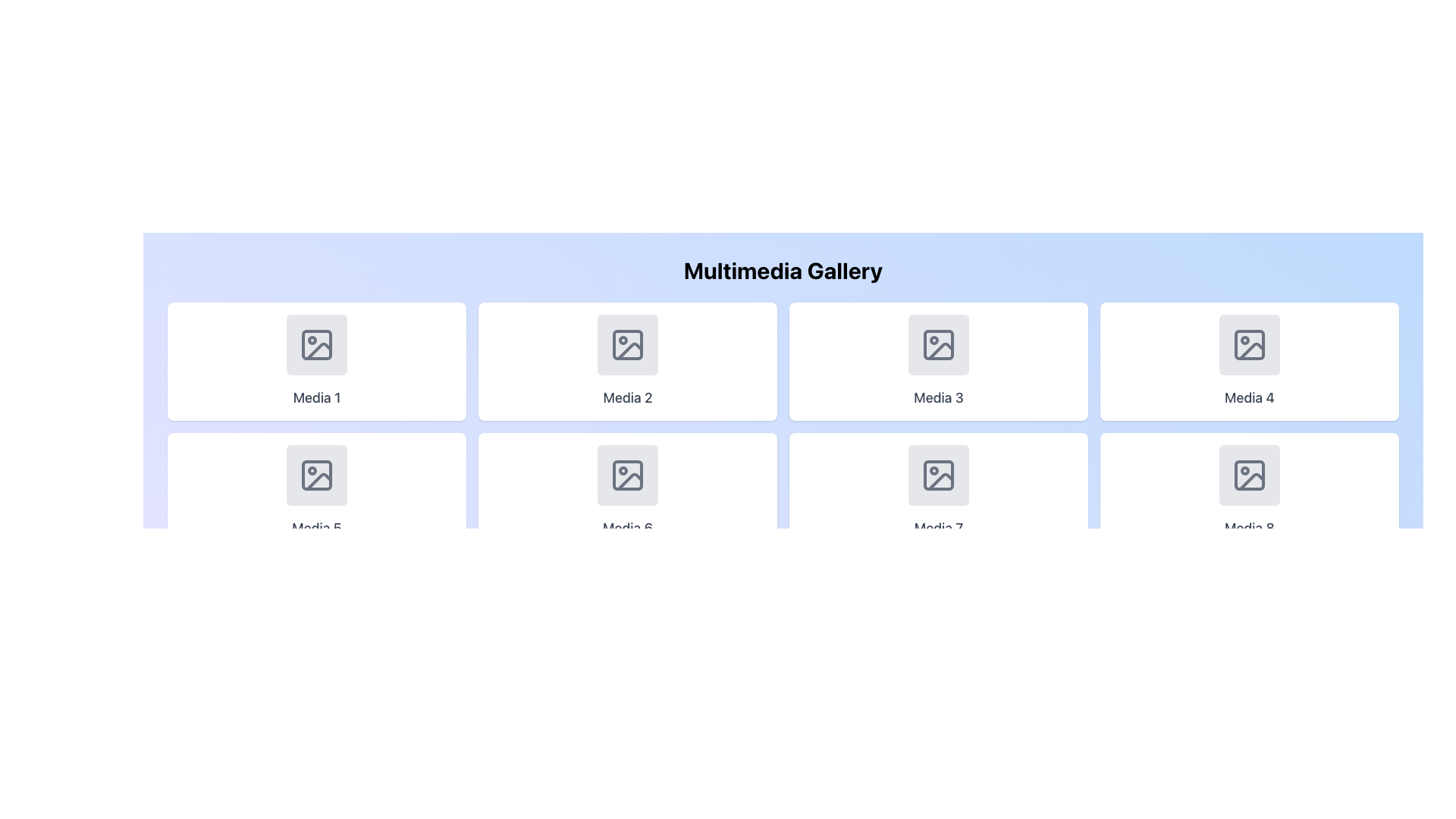 The height and width of the screenshot is (819, 1456). I want to click on the SVG icon representing media content located in the 'Media 4' item of the 'Multimedia Gallery' grid, so click(1249, 345).